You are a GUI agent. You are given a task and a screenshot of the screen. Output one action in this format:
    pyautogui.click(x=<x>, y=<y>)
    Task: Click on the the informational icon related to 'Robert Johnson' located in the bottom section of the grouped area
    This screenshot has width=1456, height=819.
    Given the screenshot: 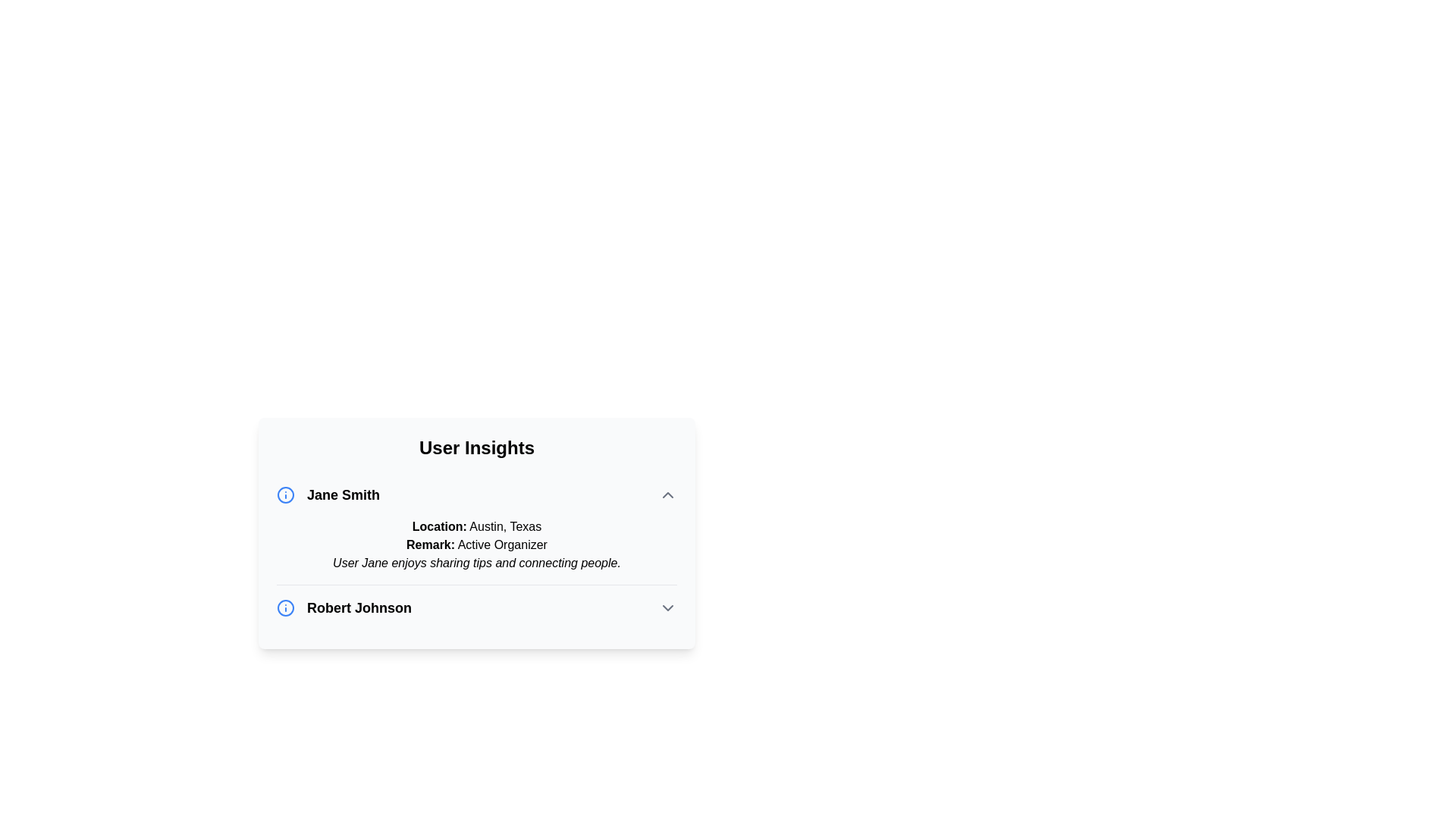 What is the action you would take?
    pyautogui.click(x=286, y=607)
    